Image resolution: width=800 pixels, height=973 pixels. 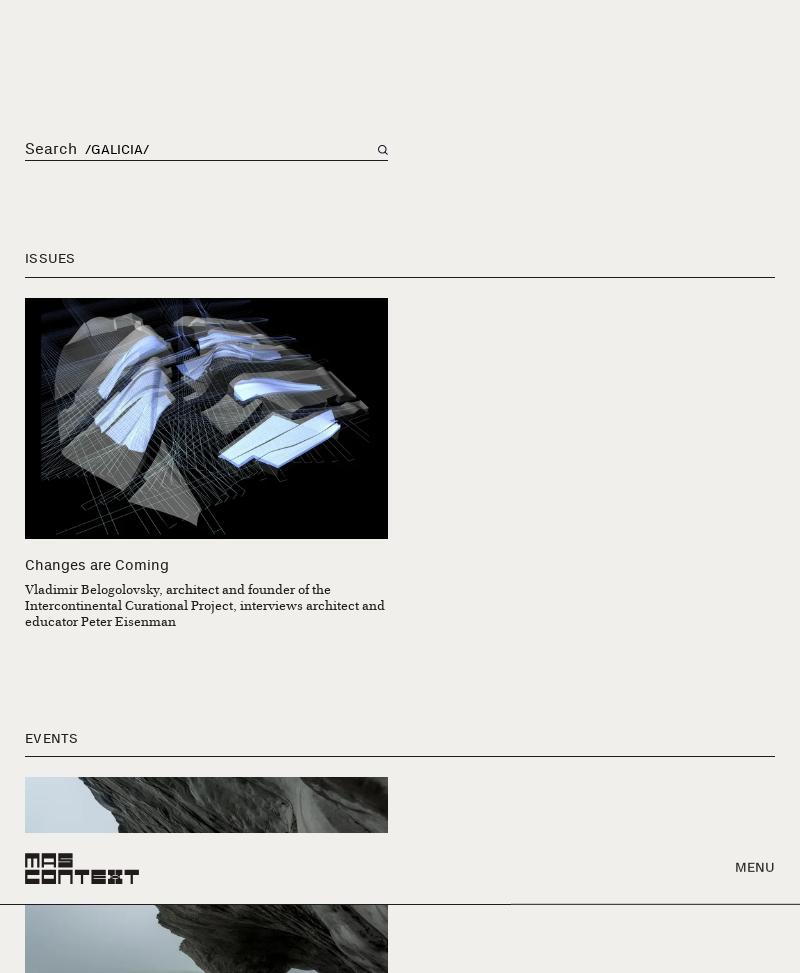 What do you see at coordinates (754, 34) in the screenshot?
I see `'Menu'` at bounding box center [754, 34].